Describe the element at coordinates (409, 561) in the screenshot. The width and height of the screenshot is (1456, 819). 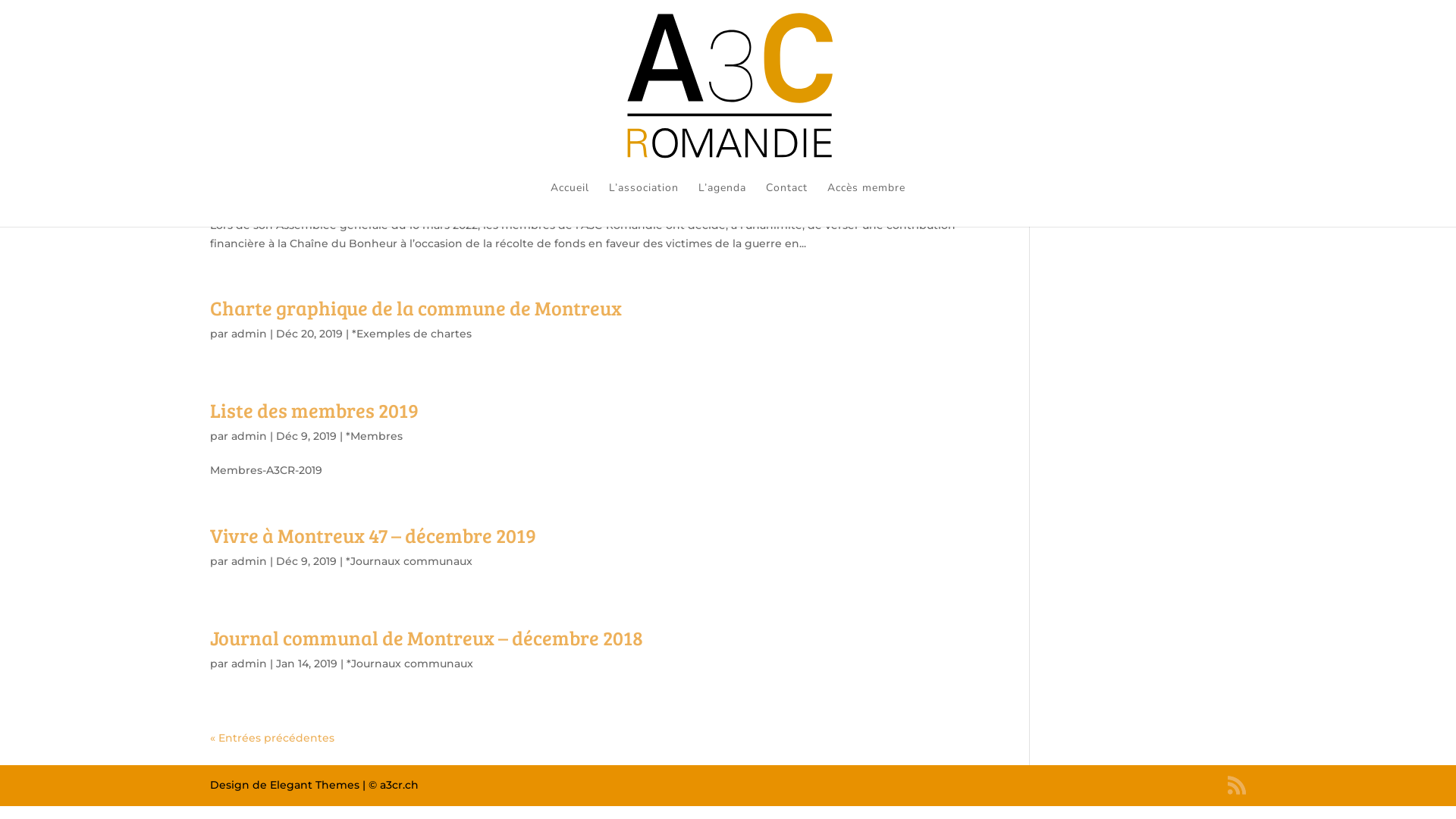
I see `'*Journaux communaux'` at that location.